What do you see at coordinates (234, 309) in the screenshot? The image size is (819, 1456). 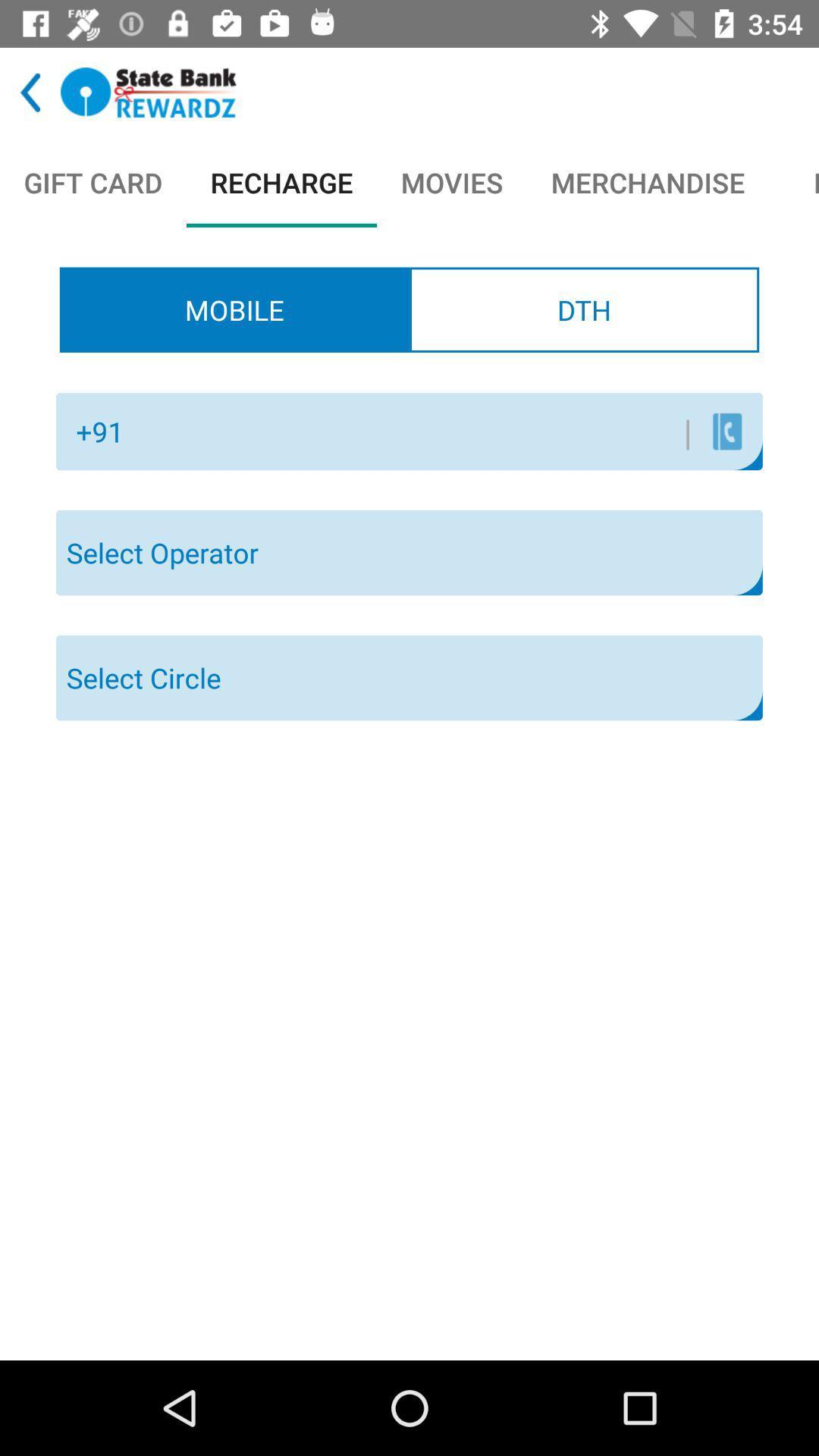 I see `icon next to dth item` at bounding box center [234, 309].